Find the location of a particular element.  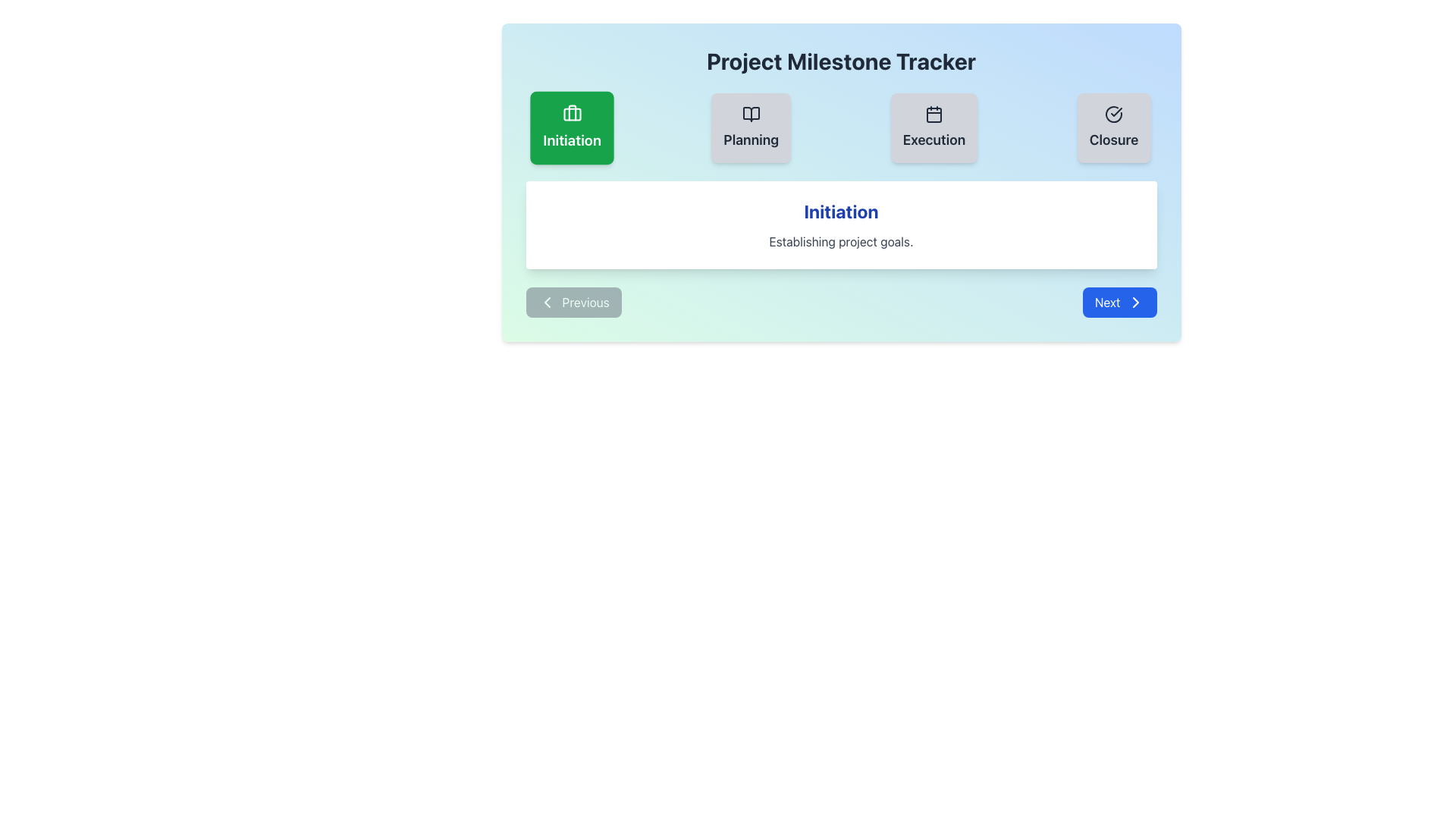

the 'Previous' button, which is visually complemented by the backward action icon located on its left side is located at coordinates (546, 302).